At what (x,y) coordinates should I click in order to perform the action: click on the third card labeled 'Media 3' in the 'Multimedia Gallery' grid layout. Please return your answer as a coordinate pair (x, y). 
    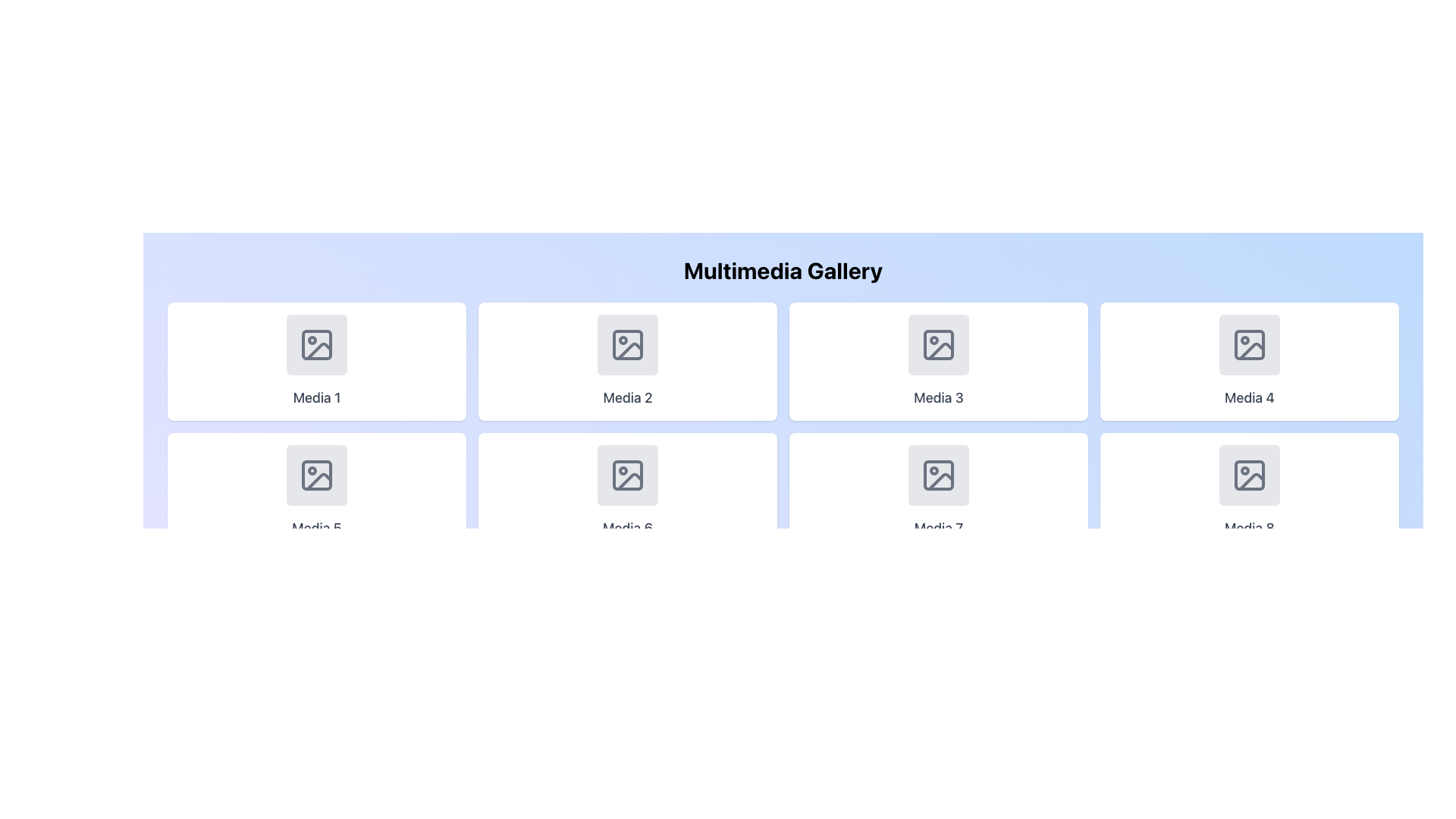
    Looking at the image, I should click on (938, 362).